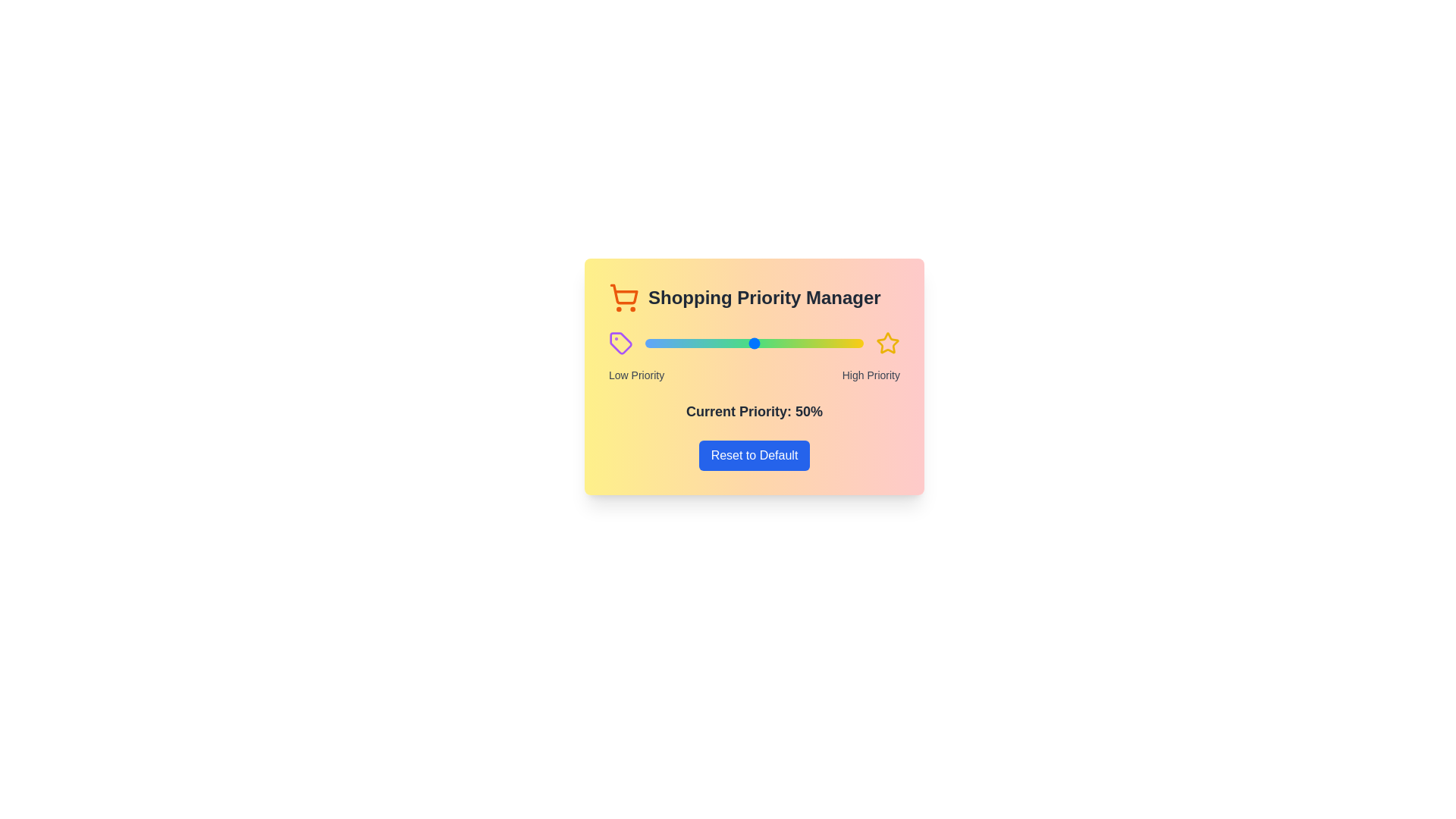  Describe the element at coordinates (847, 343) in the screenshot. I see `the priority to 93% using the slider` at that location.